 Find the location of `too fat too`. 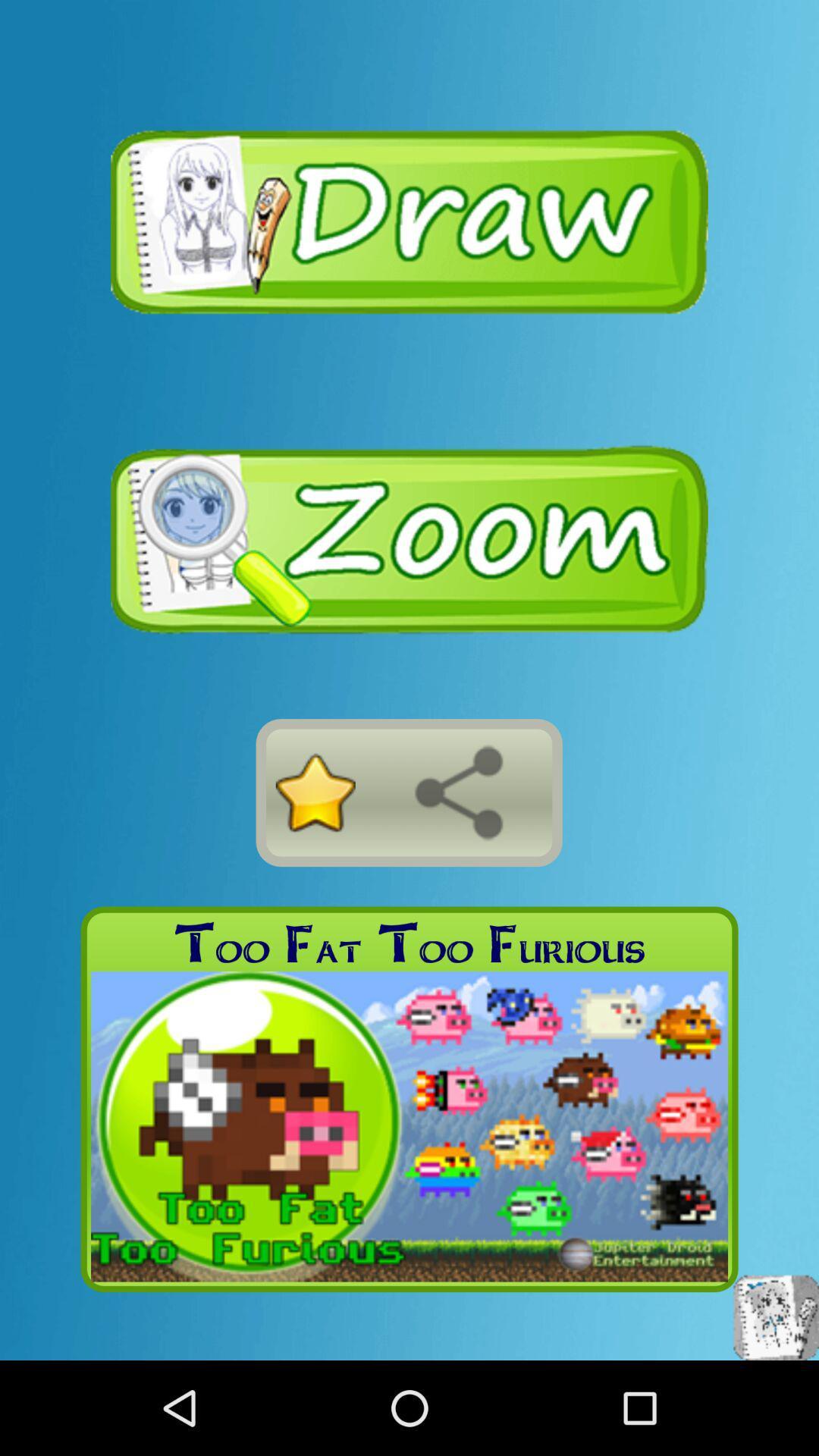

too fat too is located at coordinates (409, 943).